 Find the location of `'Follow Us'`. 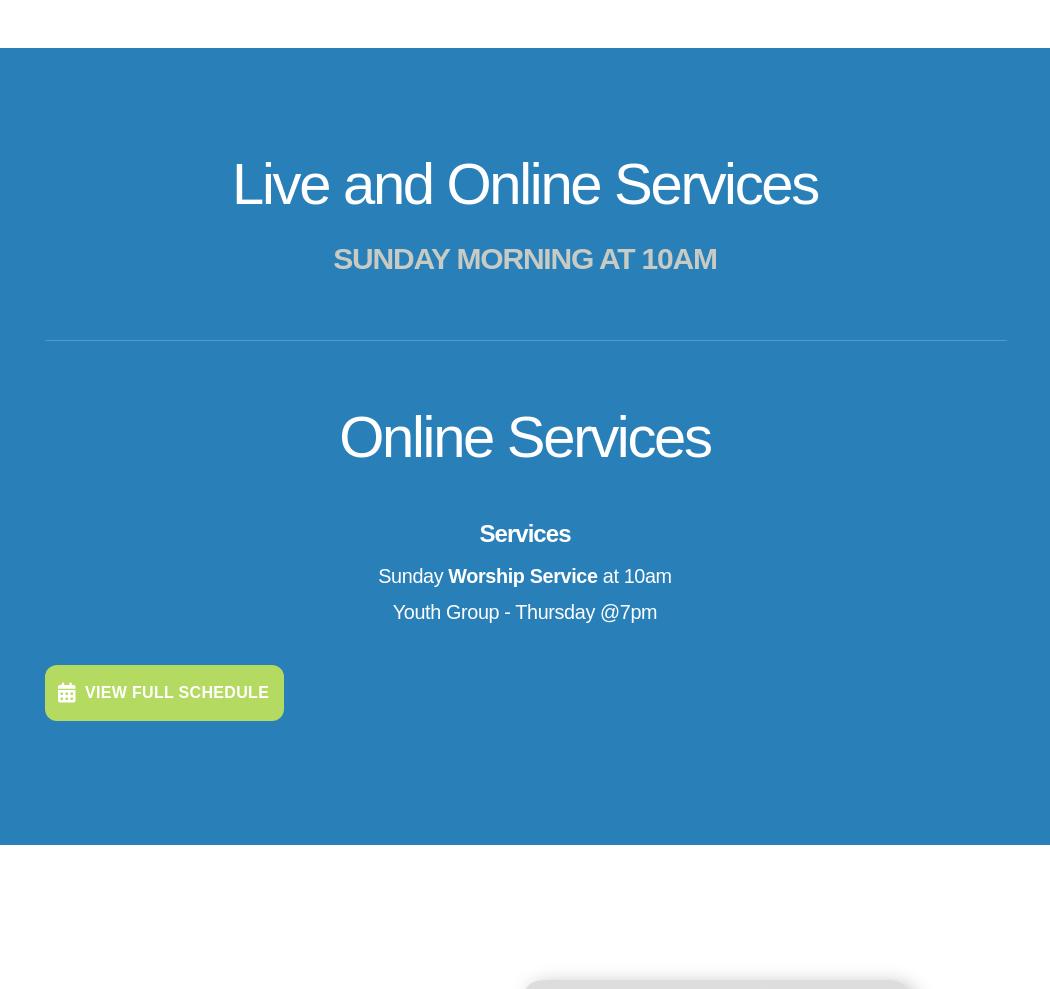

'Follow Us' is located at coordinates (875, 773).